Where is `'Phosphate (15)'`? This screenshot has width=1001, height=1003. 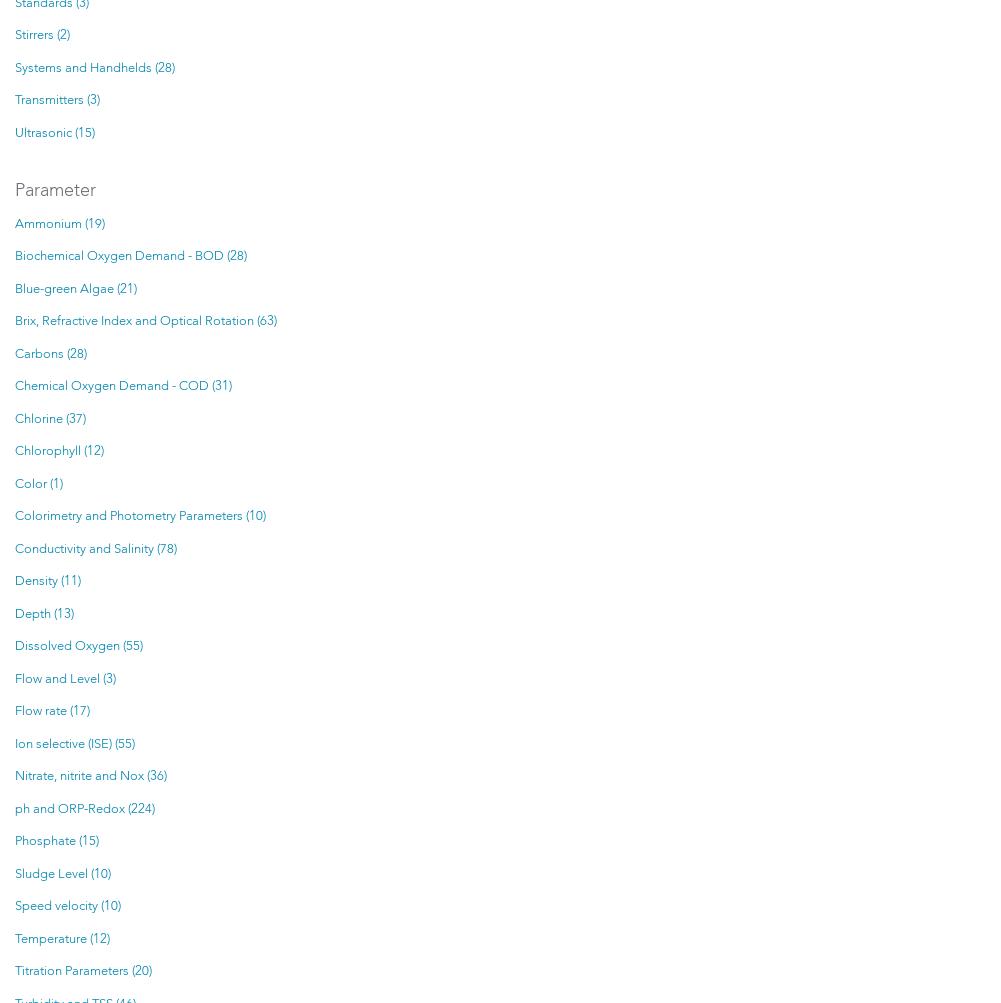
'Phosphate (15)' is located at coordinates (56, 841).